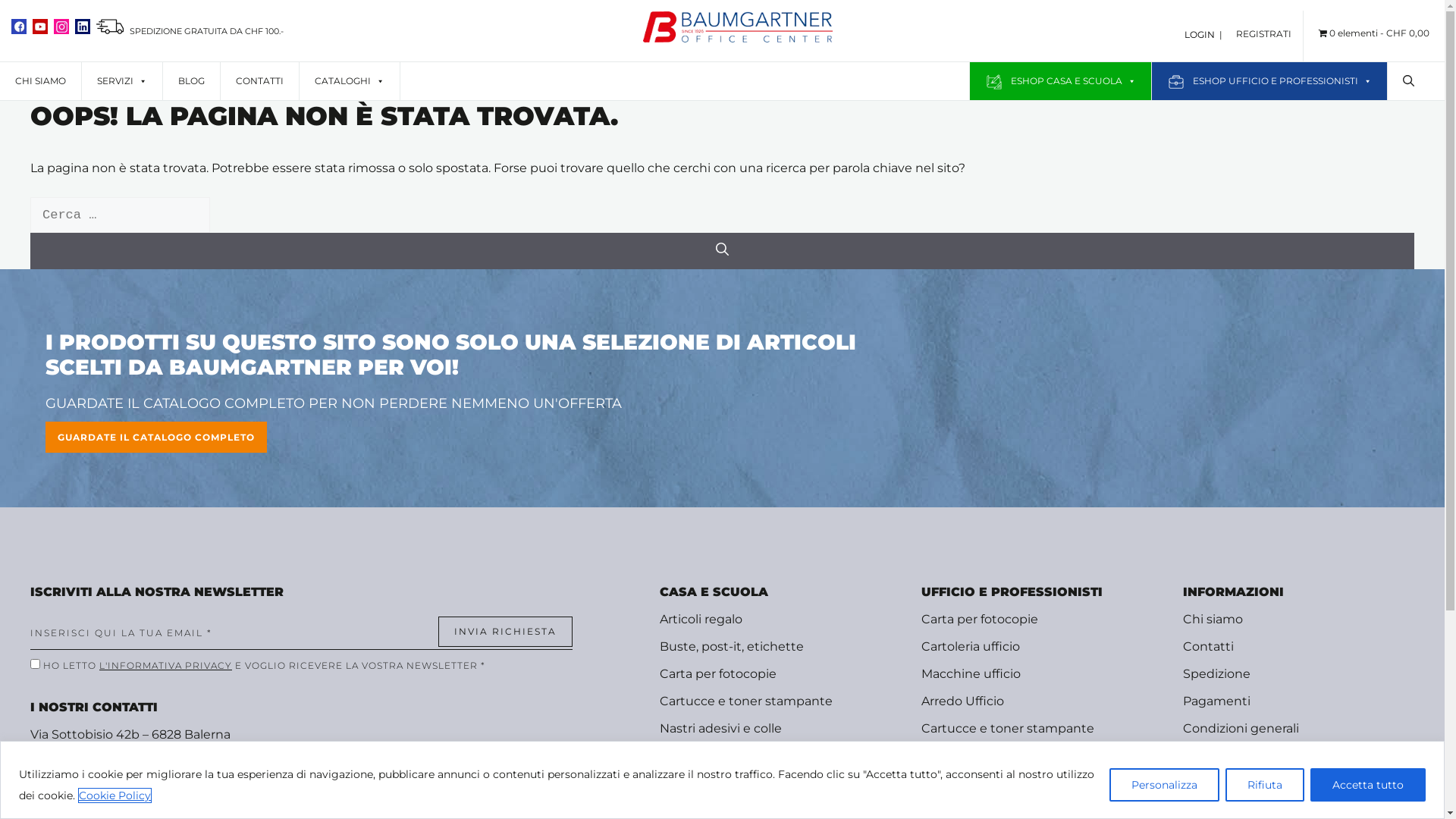 The width and height of the screenshot is (1456, 819). What do you see at coordinates (1216, 673) in the screenshot?
I see `'Spedizione'` at bounding box center [1216, 673].